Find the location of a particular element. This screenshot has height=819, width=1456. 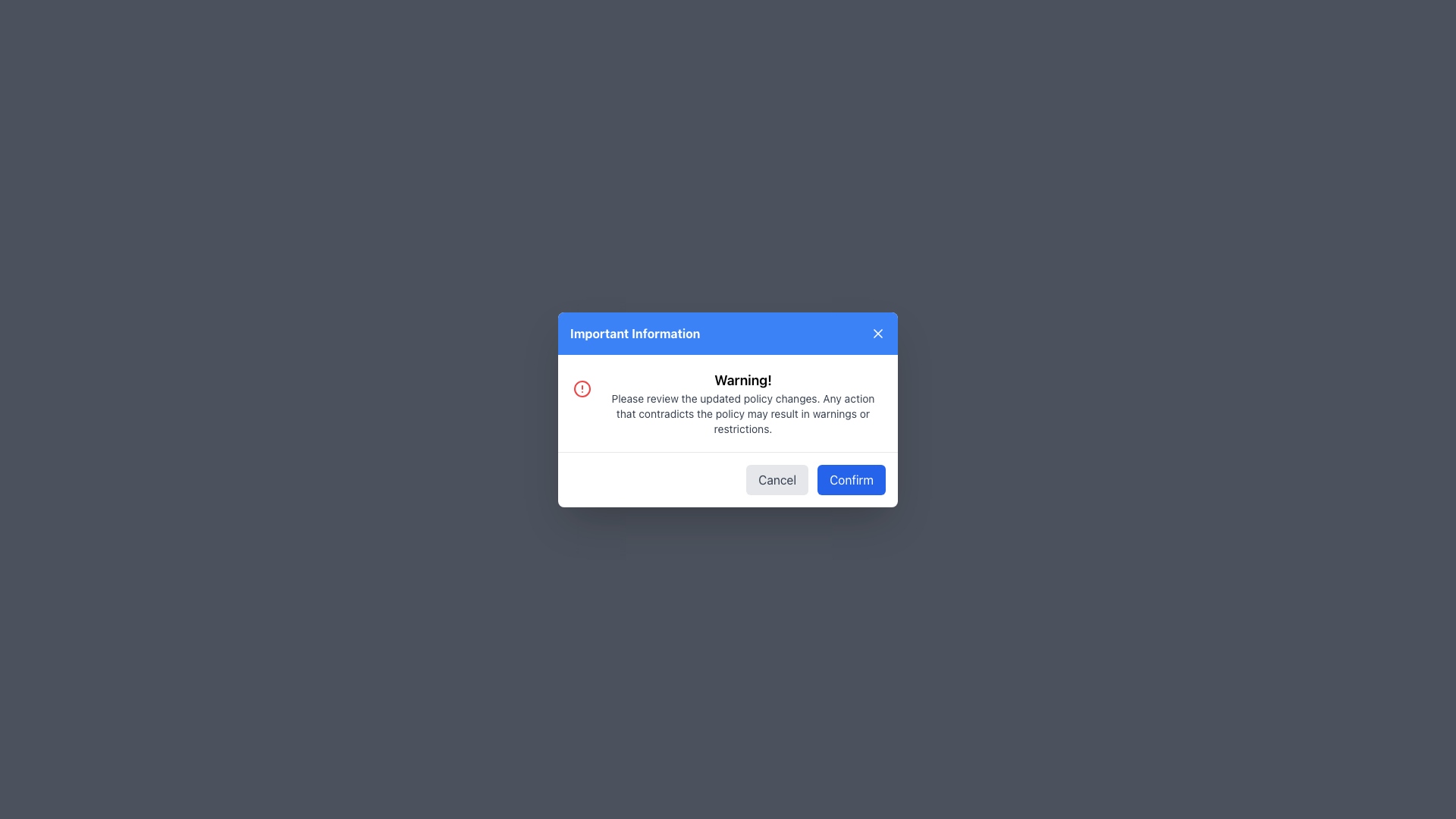

the small square button with a white 'X' icon located at the top-right corner of the blue header bar displaying 'Important Information' is located at coordinates (877, 332).